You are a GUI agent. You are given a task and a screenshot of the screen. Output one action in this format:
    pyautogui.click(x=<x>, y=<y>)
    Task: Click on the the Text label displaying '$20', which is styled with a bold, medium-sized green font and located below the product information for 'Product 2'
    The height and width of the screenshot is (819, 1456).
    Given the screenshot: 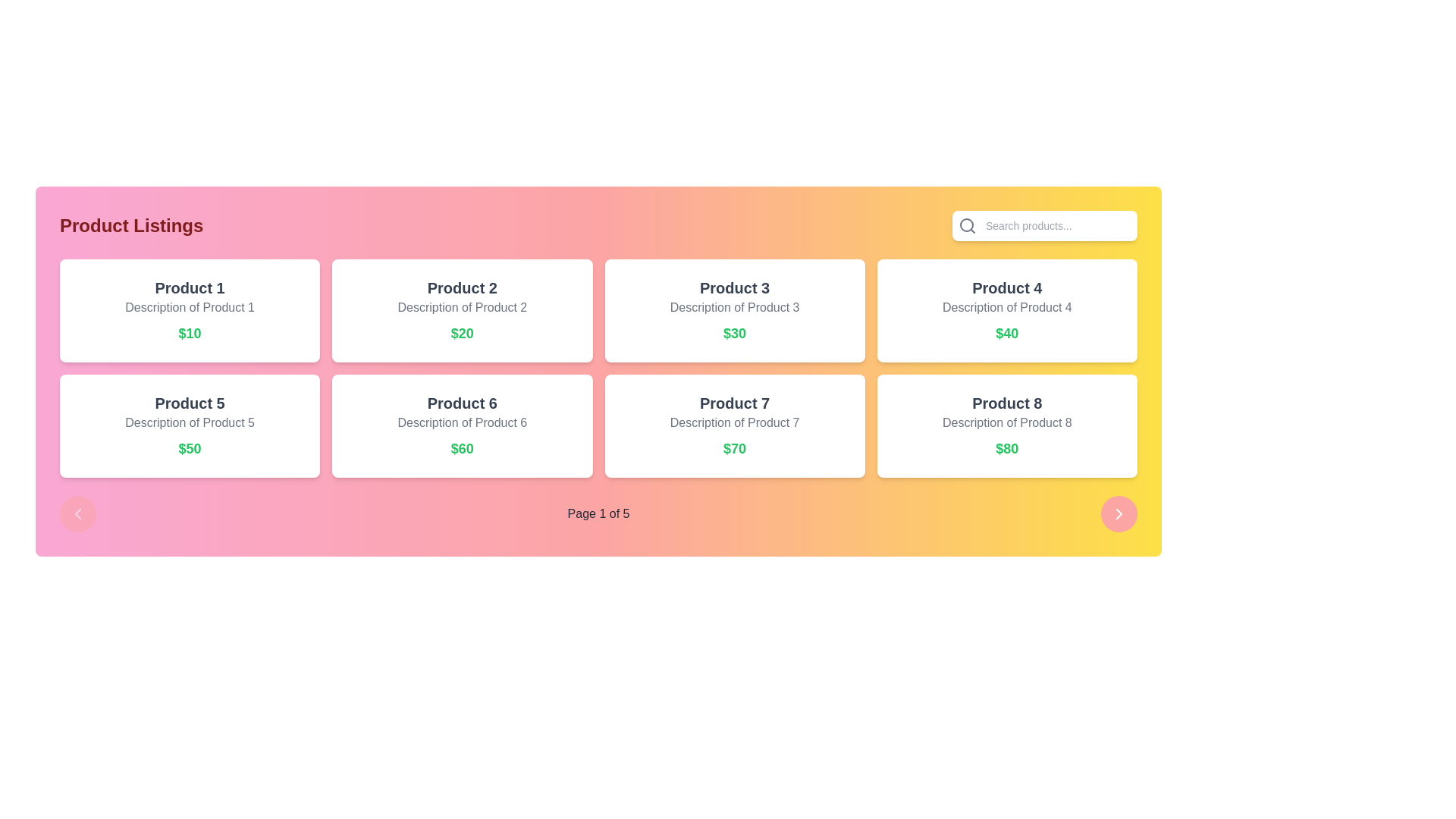 What is the action you would take?
    pyautogui.click(x=461, y=332)
    